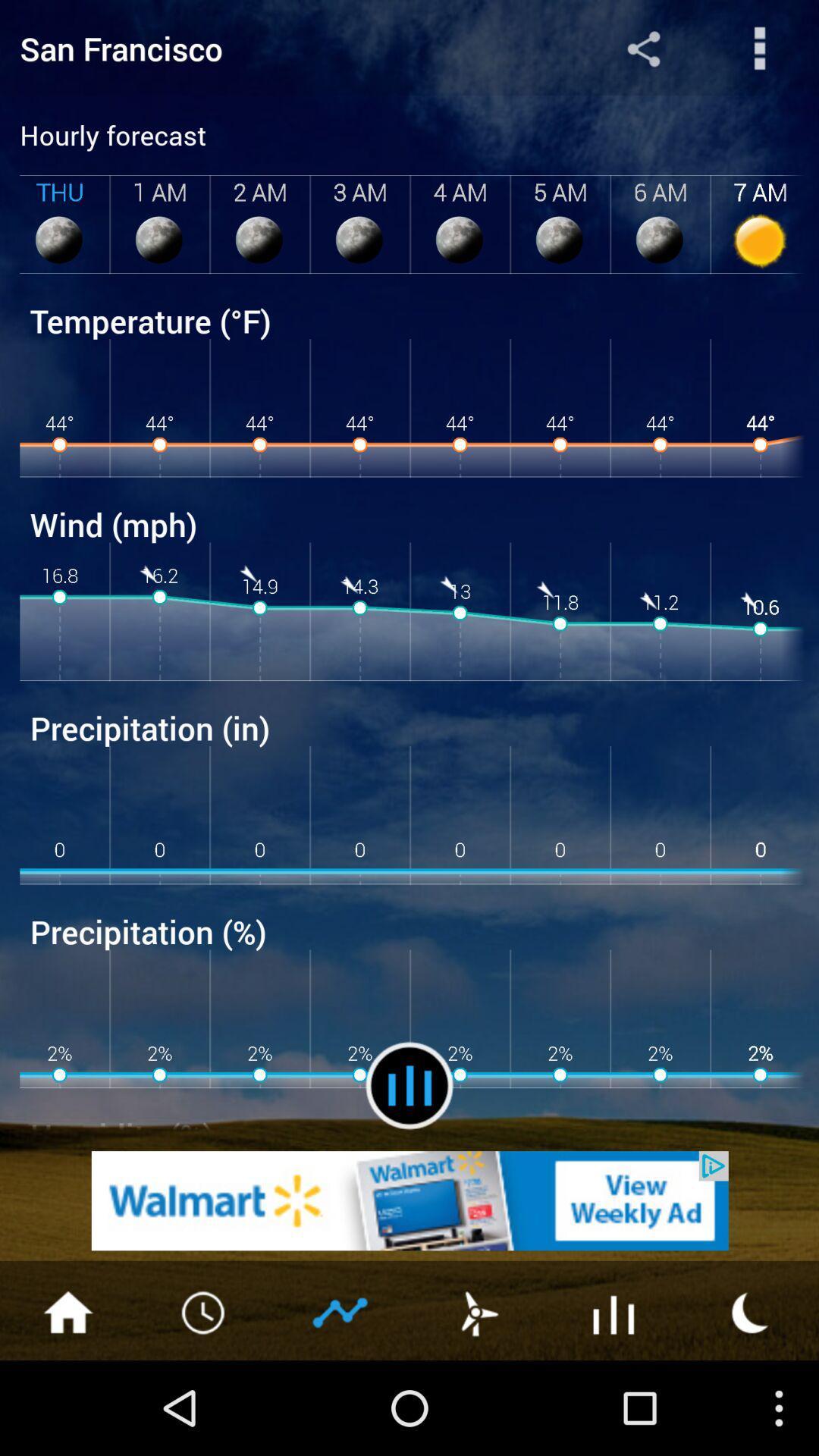  I want to click on the more icon, so click(760, 52).